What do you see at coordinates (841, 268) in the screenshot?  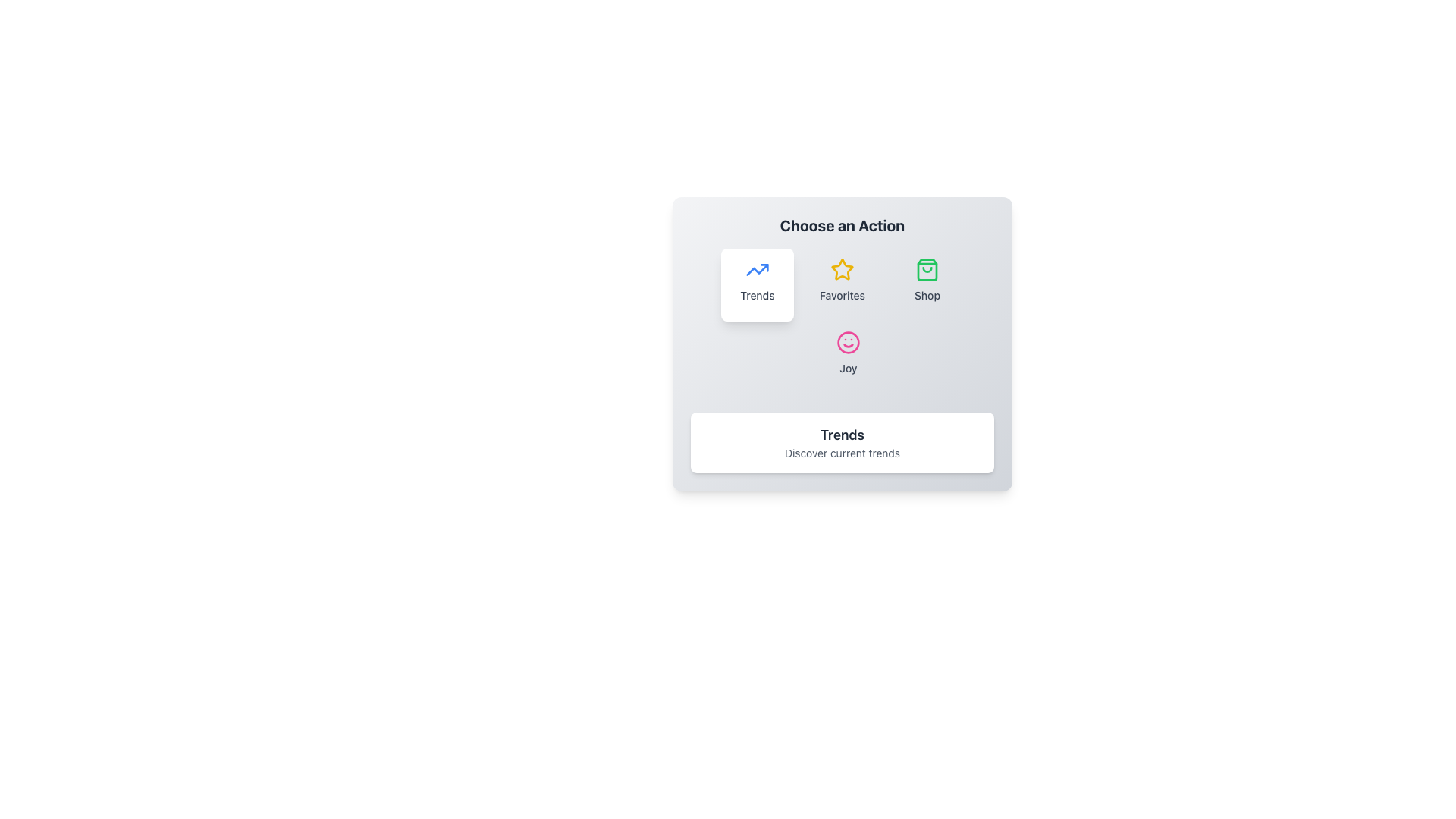 I see `the star icon representing the 'Favorites' option located in the upper central area of the interface` at bounding box center [841, 268].